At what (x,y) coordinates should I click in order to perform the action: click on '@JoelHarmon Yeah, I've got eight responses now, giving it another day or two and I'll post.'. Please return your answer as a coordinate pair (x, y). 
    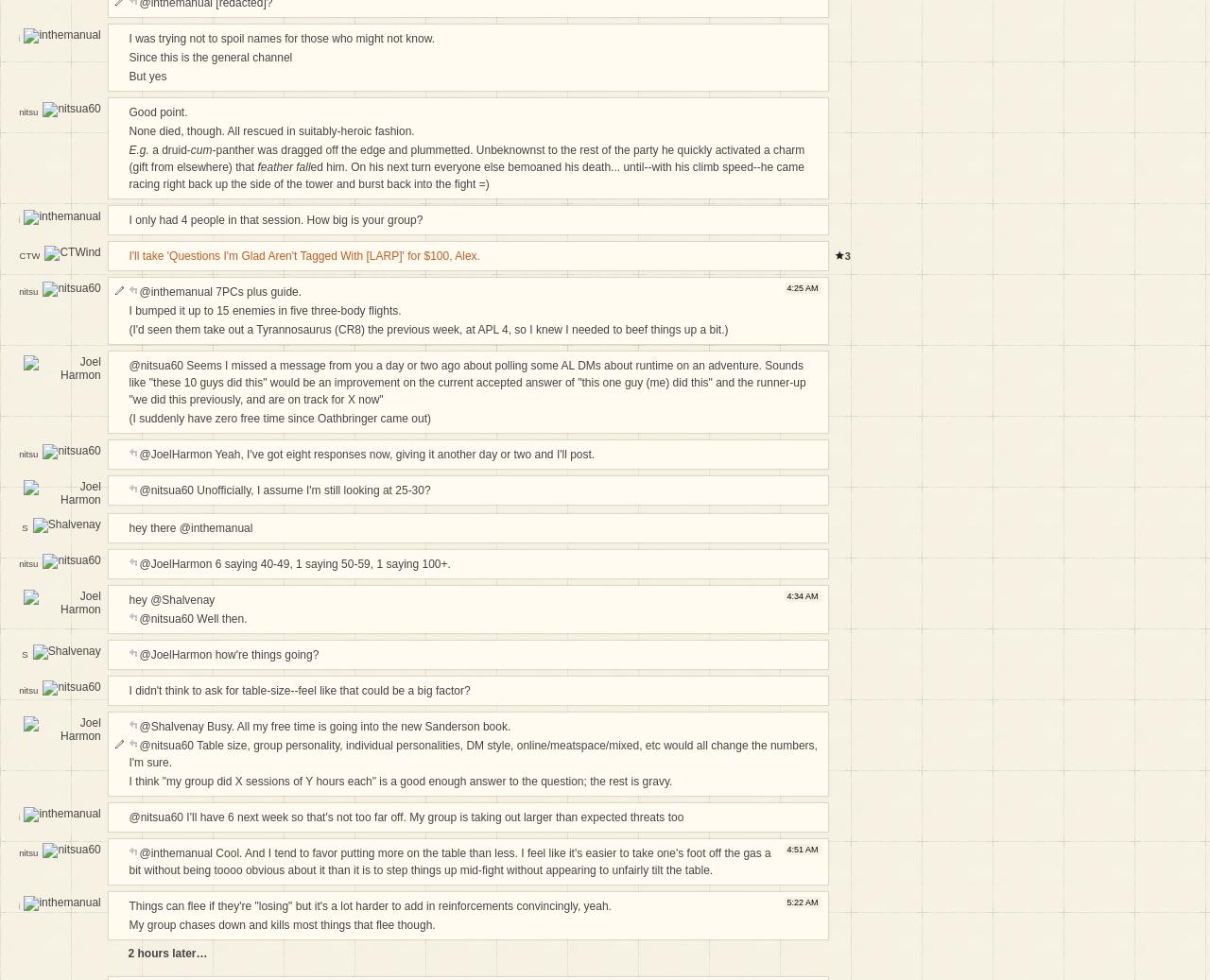
    Looking at the image, I should click on (366, 453).